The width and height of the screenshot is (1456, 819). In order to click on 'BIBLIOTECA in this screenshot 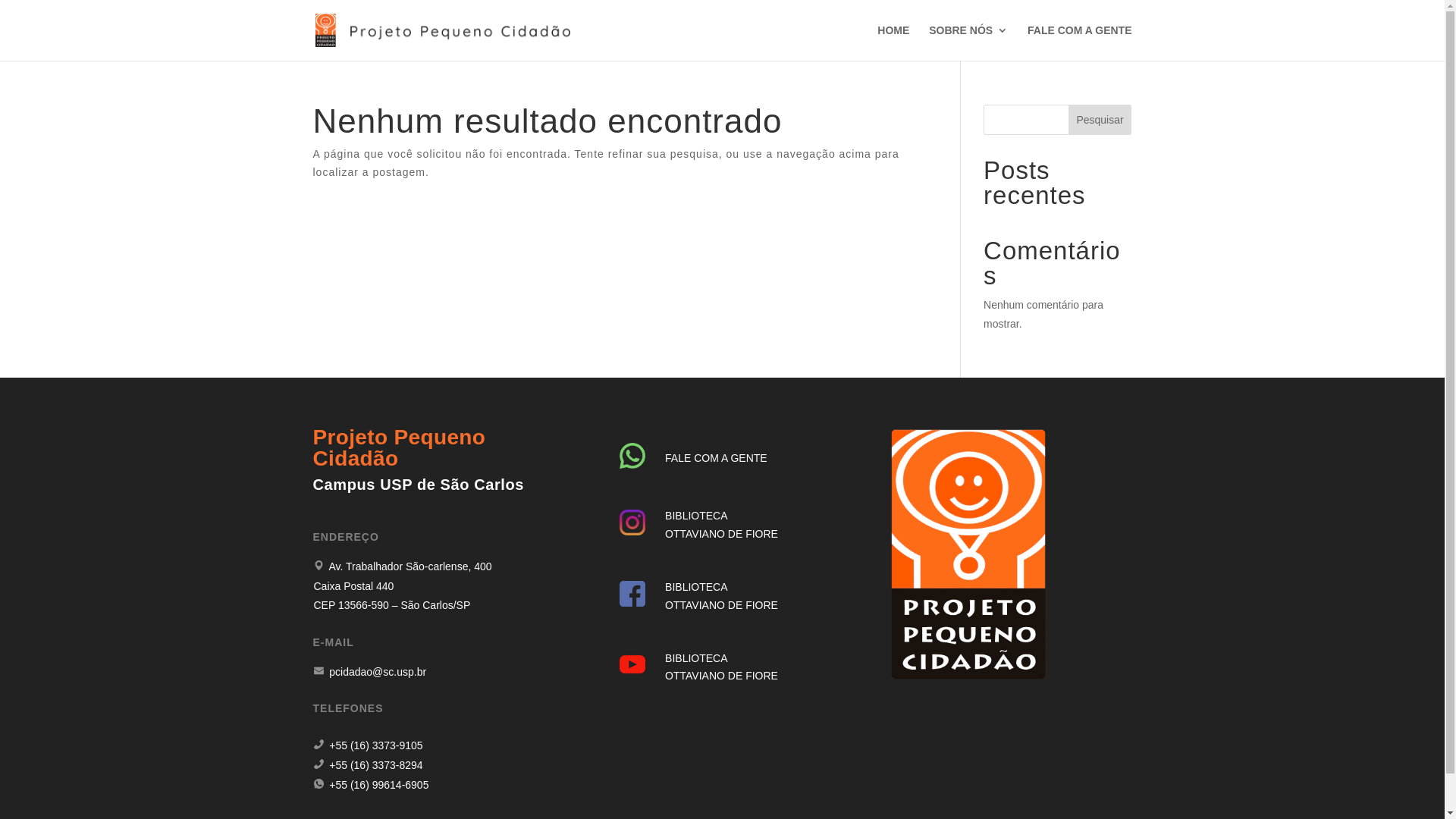, I will do `click(665, 595)`.